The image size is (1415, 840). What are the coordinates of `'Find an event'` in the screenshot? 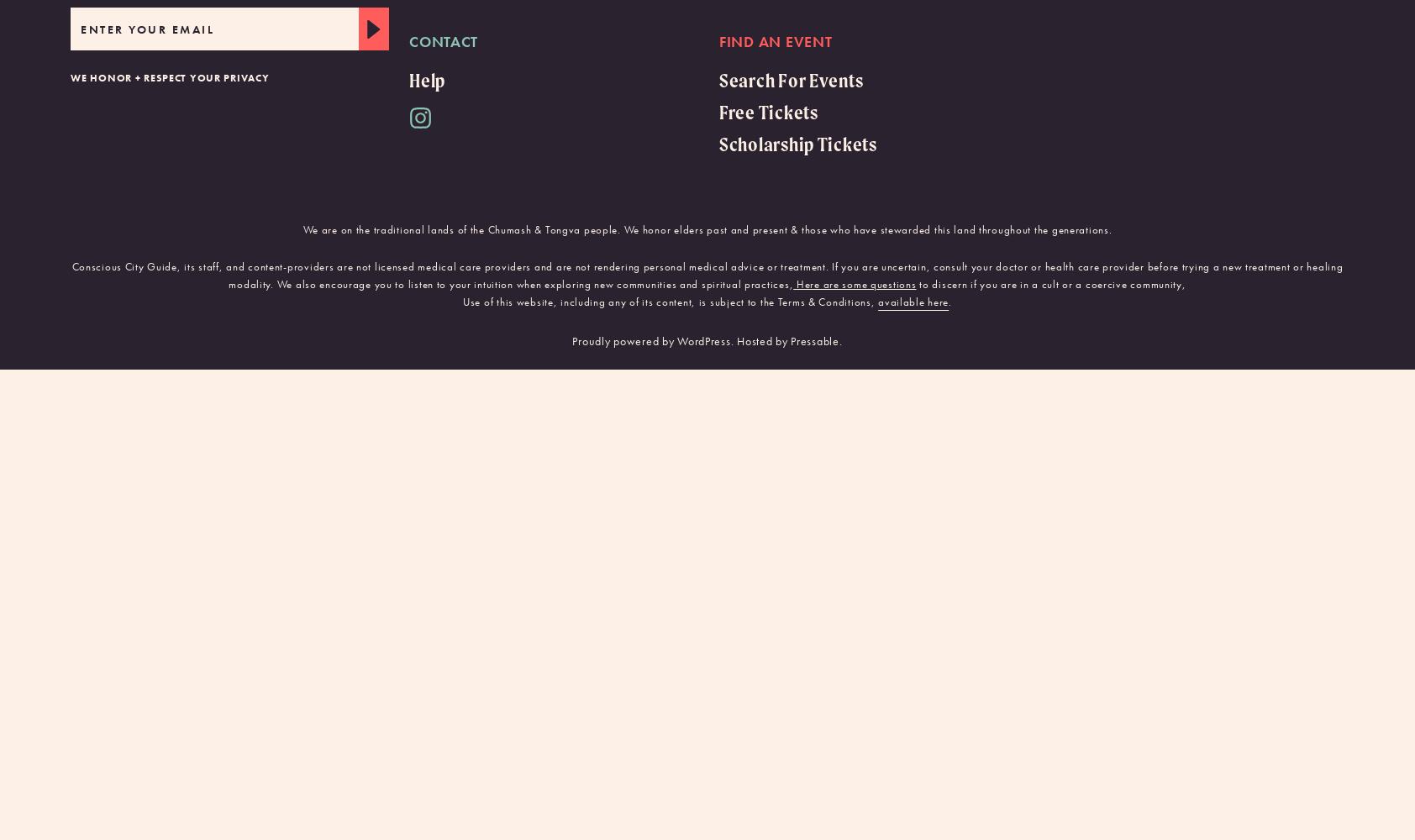 It's located at (775, 40).